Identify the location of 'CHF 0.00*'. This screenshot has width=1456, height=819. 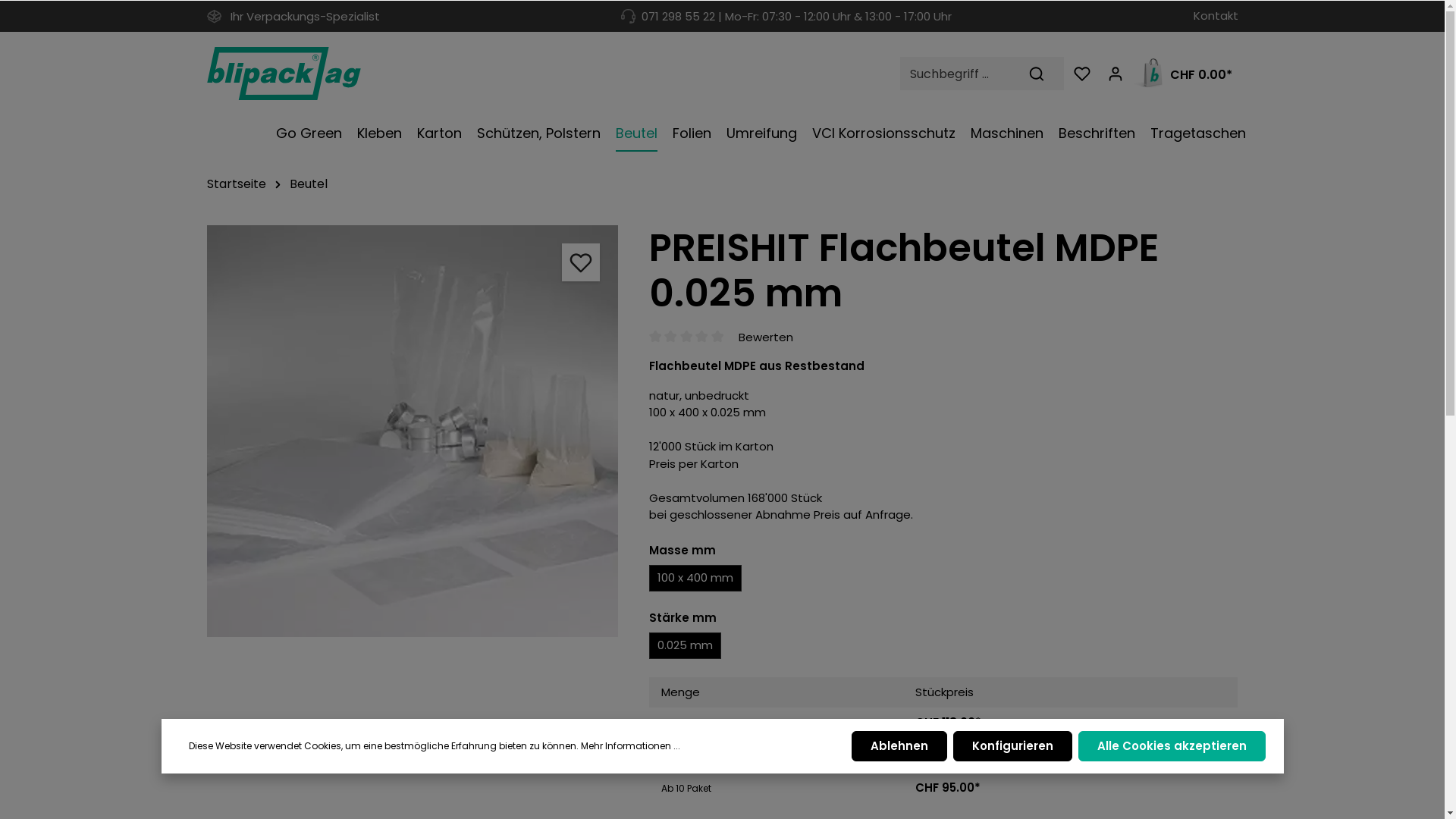
(1132, 73).